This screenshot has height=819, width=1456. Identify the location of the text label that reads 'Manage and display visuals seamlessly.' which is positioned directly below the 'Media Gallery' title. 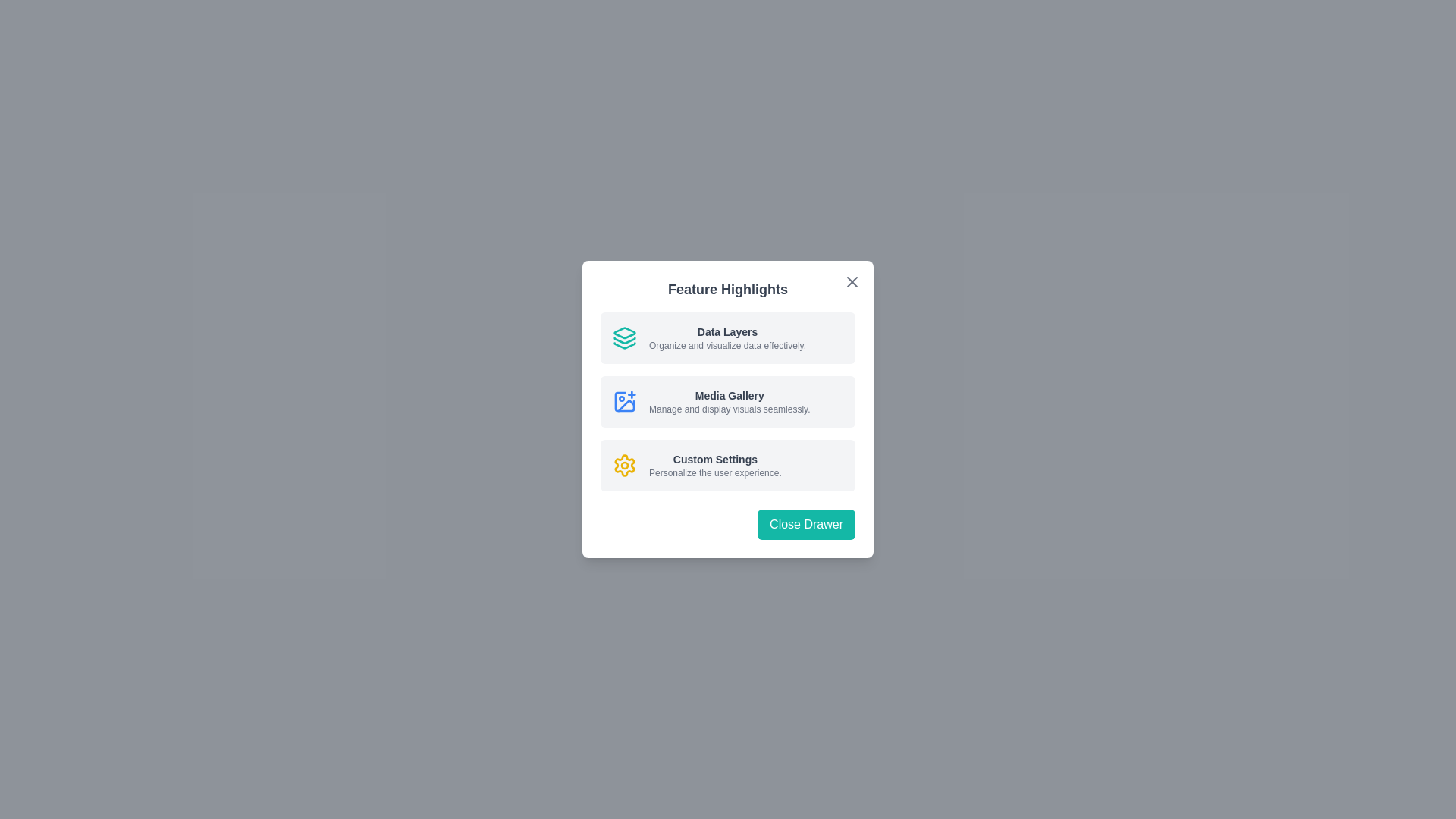
(730, 409).